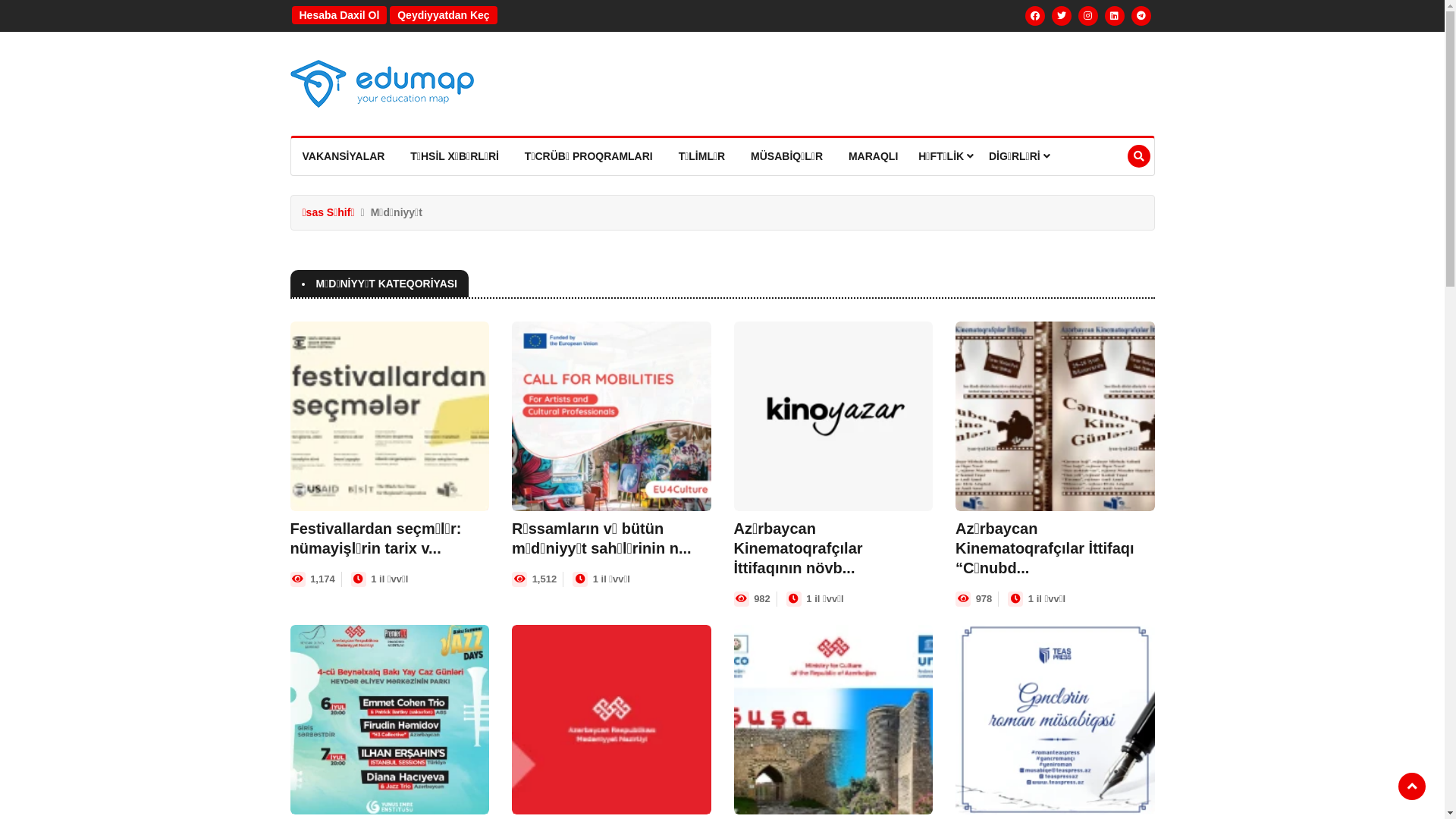 The height and width of the screenshot is (819, 1456). Describe the element at coordinates (322, 579) in the screenshot. I see `'1,174'` at that location.